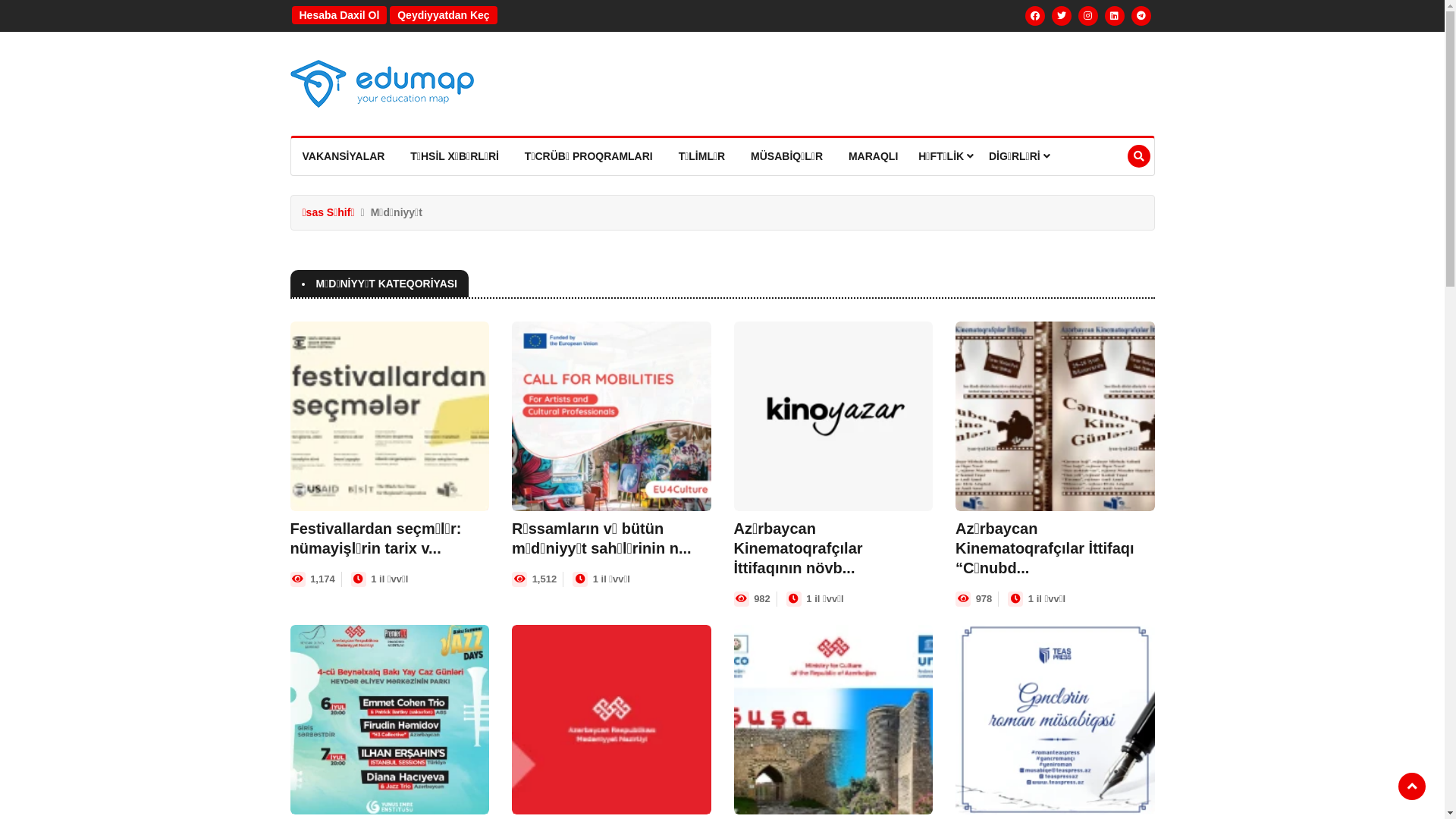 The height and width of the screenshot is (819, 1456). Describe the element at coordinates (322, 579) in the screenshot. I see `'1,174'` at that location.